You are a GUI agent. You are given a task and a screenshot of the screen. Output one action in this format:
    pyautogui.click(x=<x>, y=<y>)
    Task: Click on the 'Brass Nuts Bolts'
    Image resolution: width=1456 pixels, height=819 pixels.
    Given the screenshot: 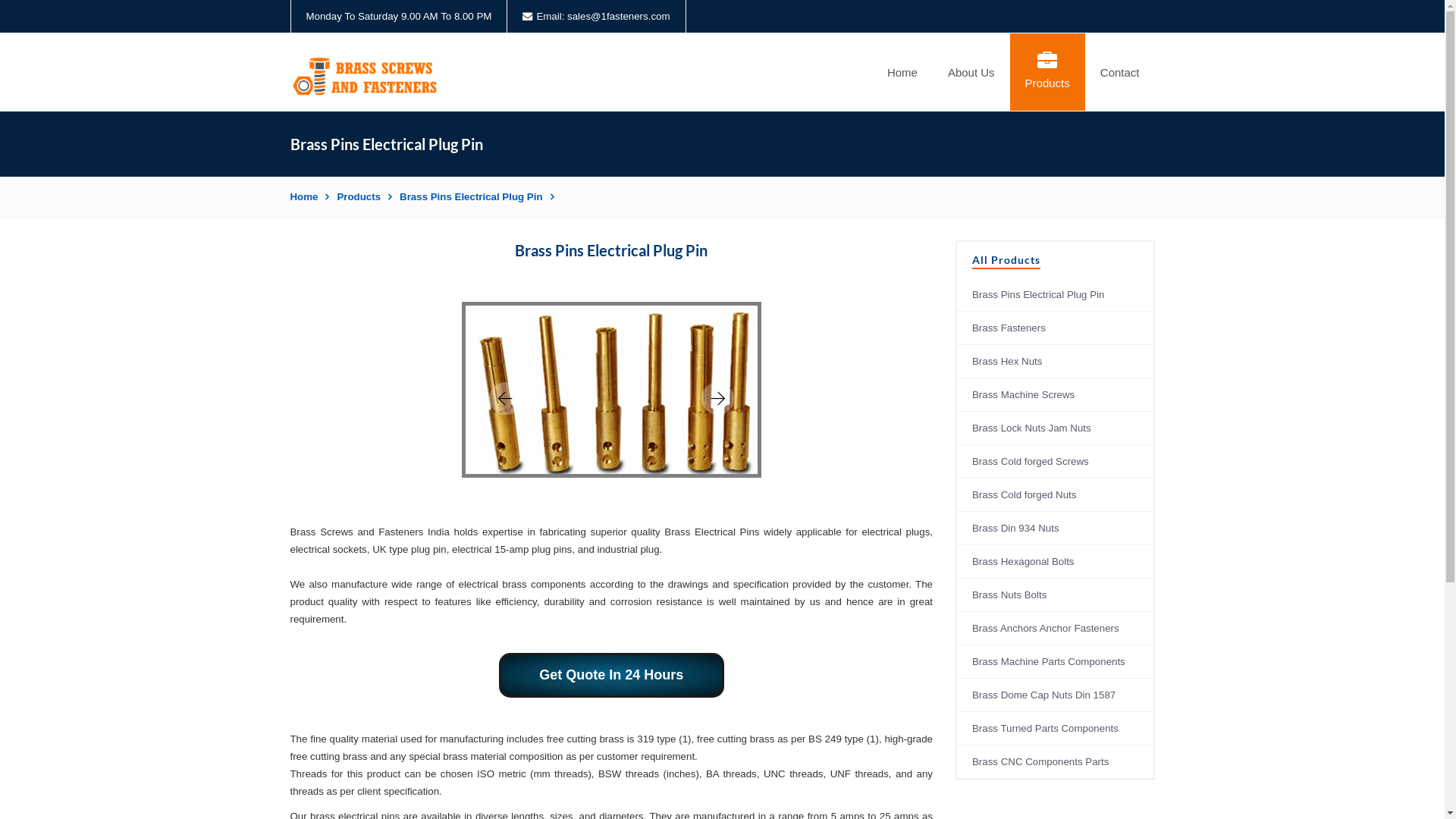 What is the action you would take?
    pyautogui.click(x=1054, y=595)
    